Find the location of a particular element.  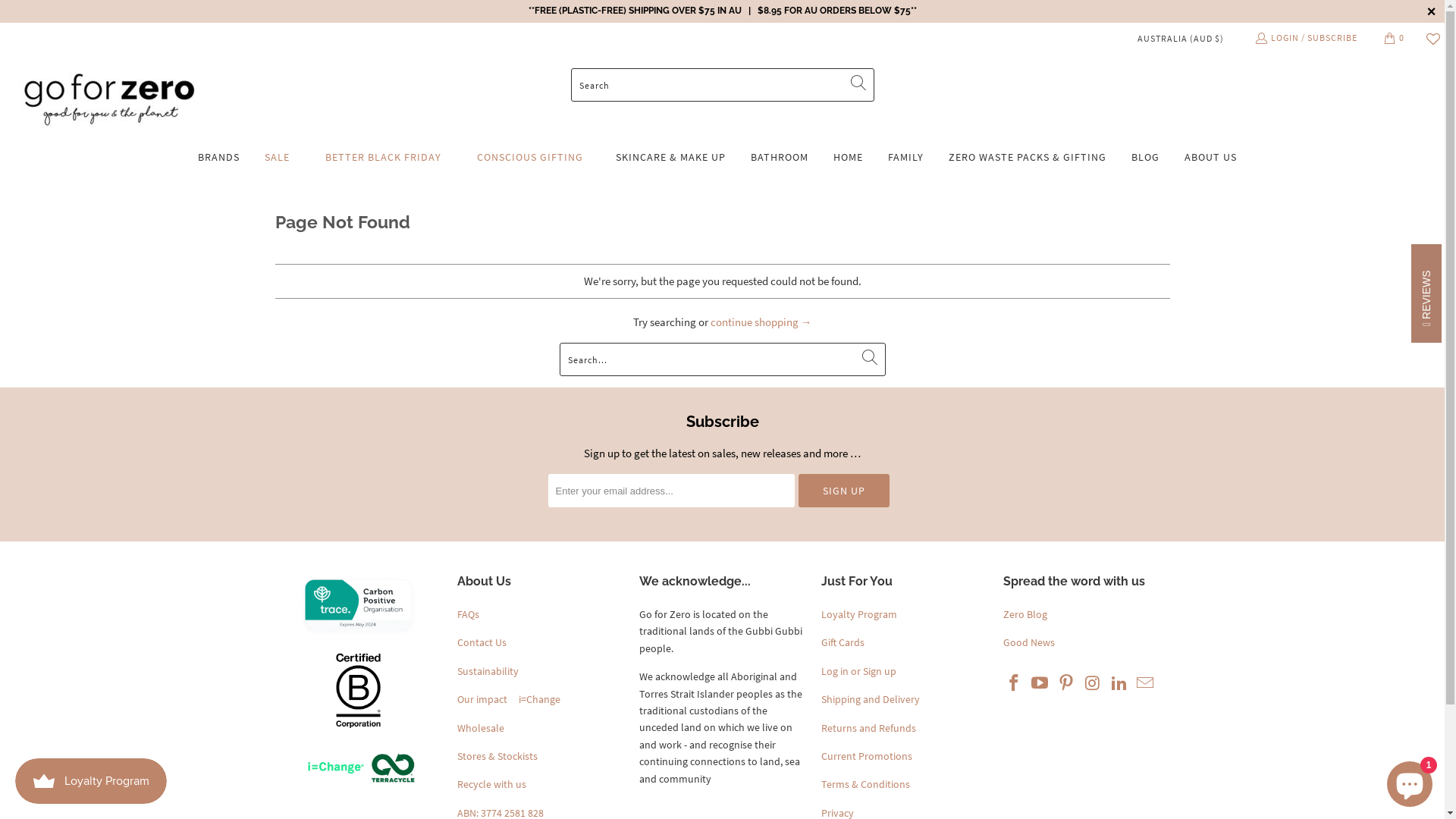

'Stores & Stockists' is located at coordinates (455, 755).